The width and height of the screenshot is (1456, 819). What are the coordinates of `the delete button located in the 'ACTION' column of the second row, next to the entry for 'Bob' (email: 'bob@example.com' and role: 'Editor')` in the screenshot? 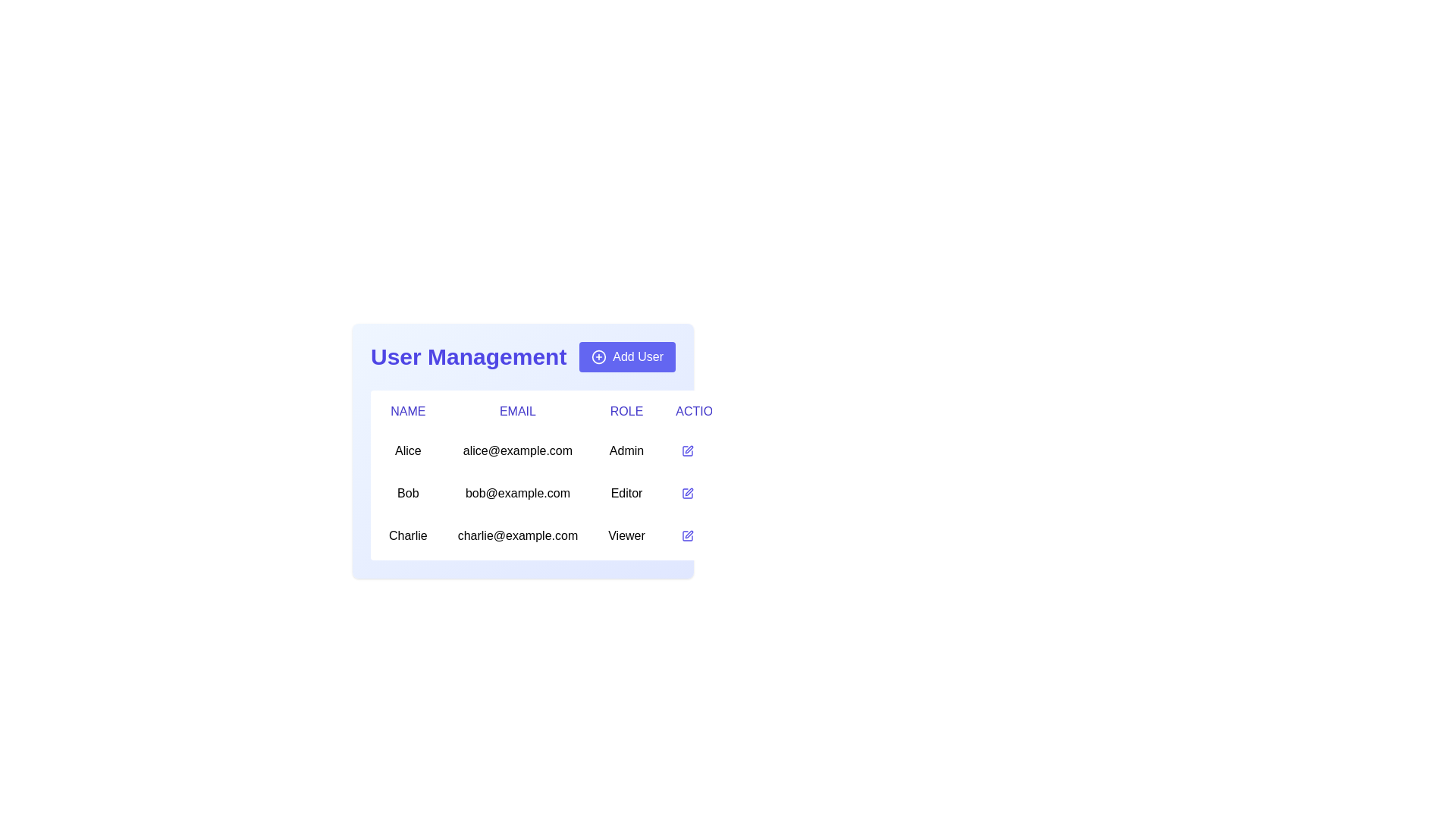 It's located at (717, 494).